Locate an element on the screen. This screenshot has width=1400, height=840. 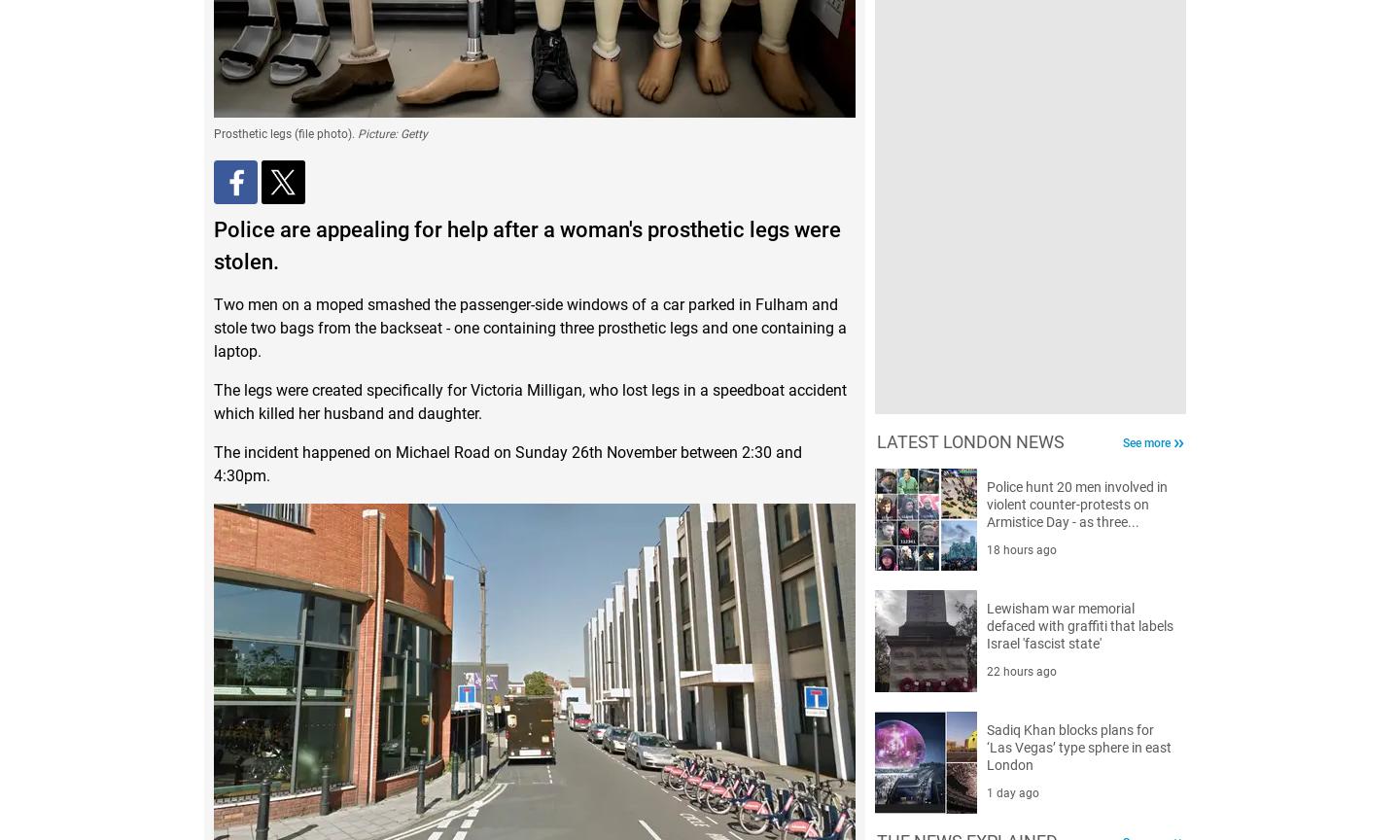
'Picture: 
Getty' is located at coordinates (392, 132).